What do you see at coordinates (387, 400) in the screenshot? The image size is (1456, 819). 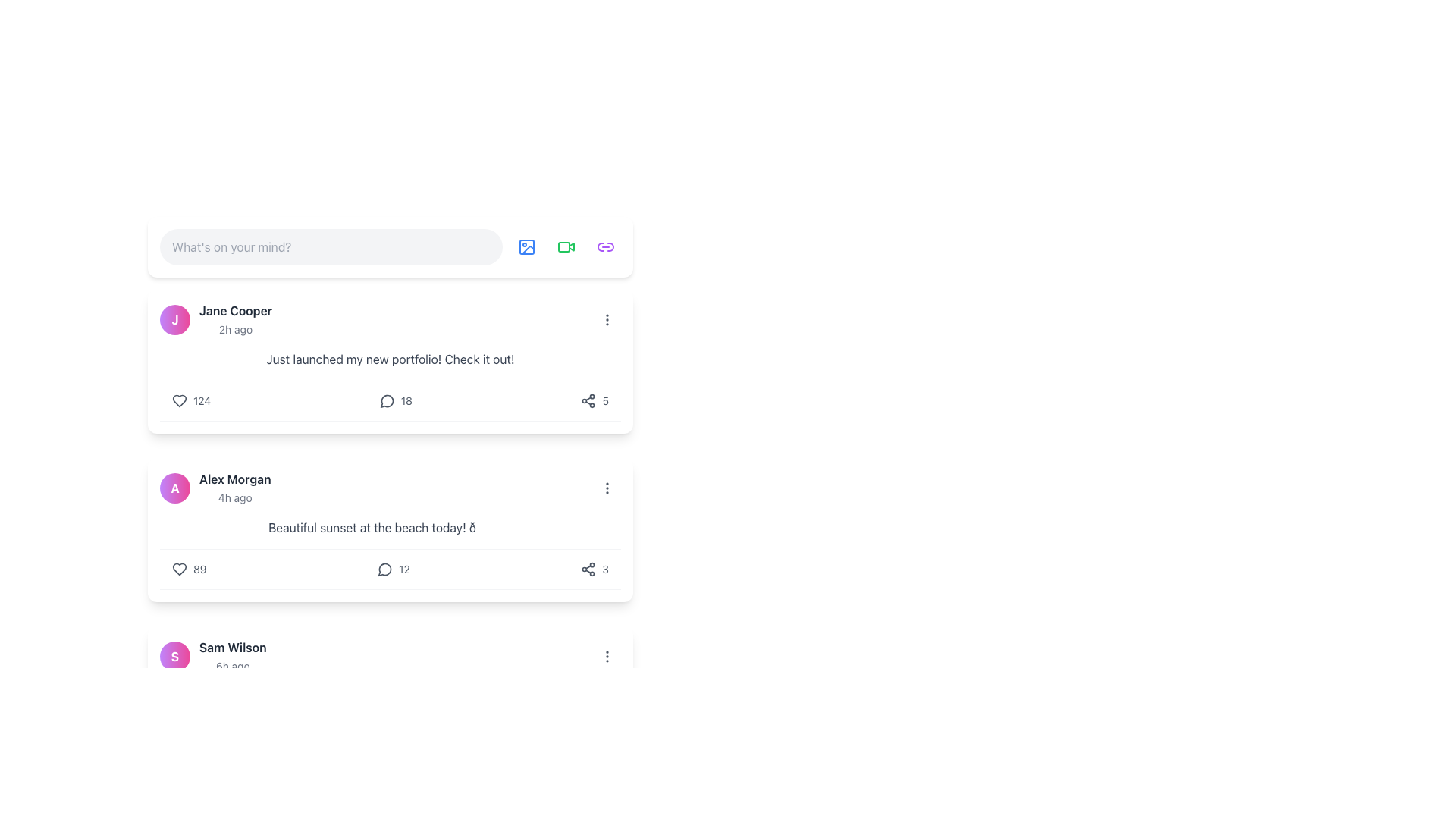 I see `the comment/message icon located at the bottom section of the post block, which is part of a row of functional icons` at bounding box center [387, 400].